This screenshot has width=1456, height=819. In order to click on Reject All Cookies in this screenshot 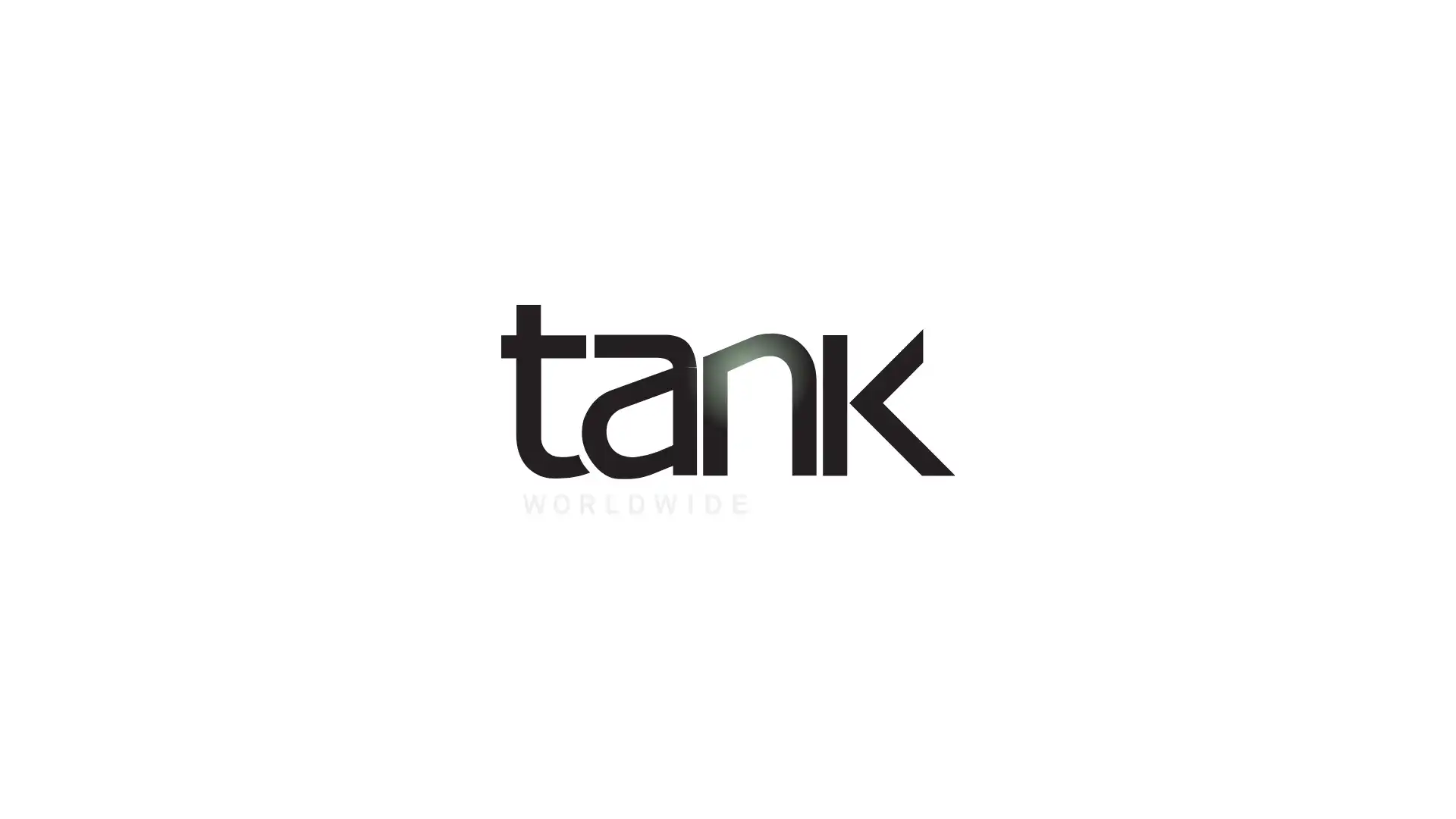, I will do `click(1110, 795)`.